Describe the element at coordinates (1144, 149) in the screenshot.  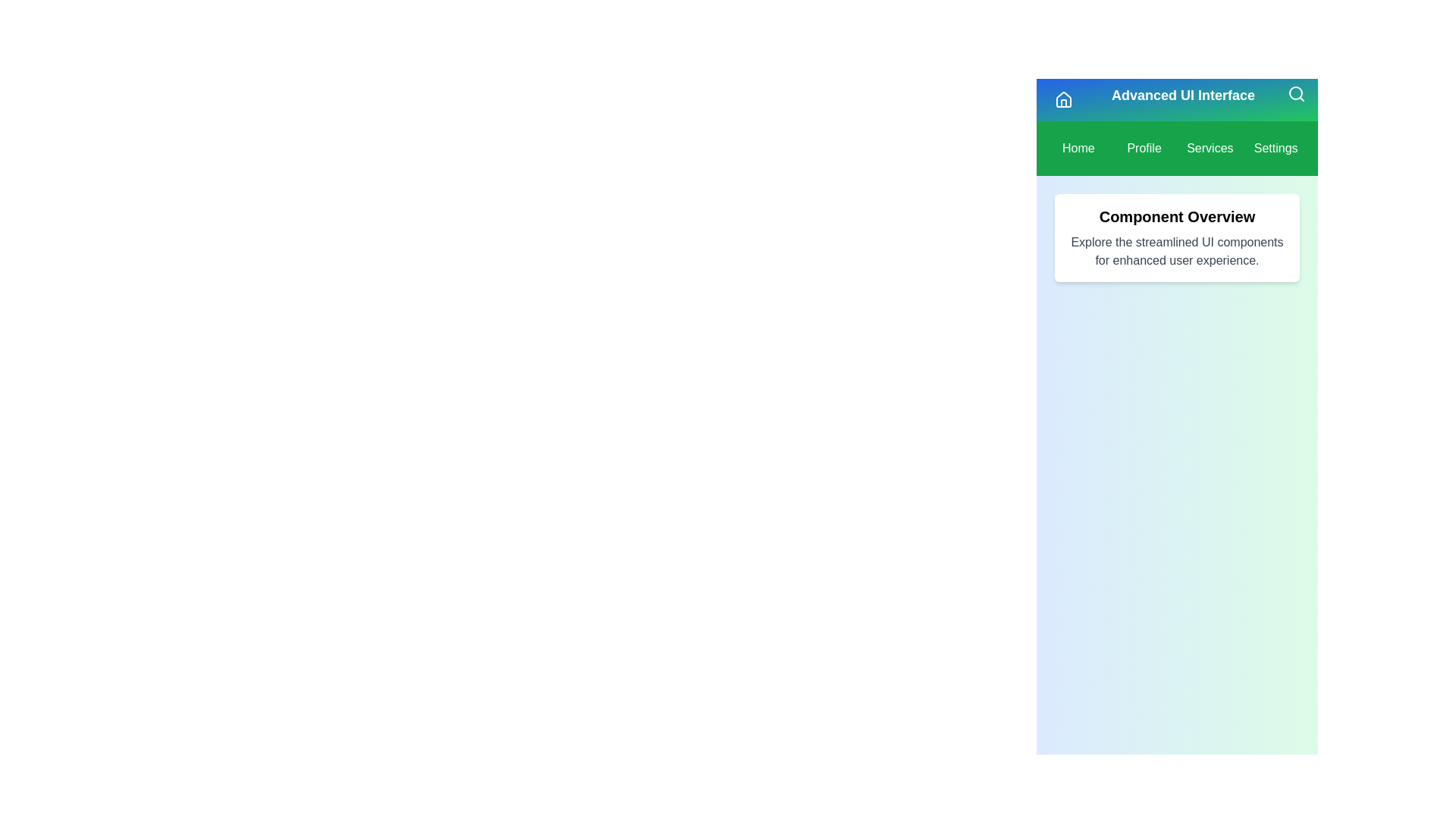
I see `the menu item Profile to navigate to the corresponding section` at that location.